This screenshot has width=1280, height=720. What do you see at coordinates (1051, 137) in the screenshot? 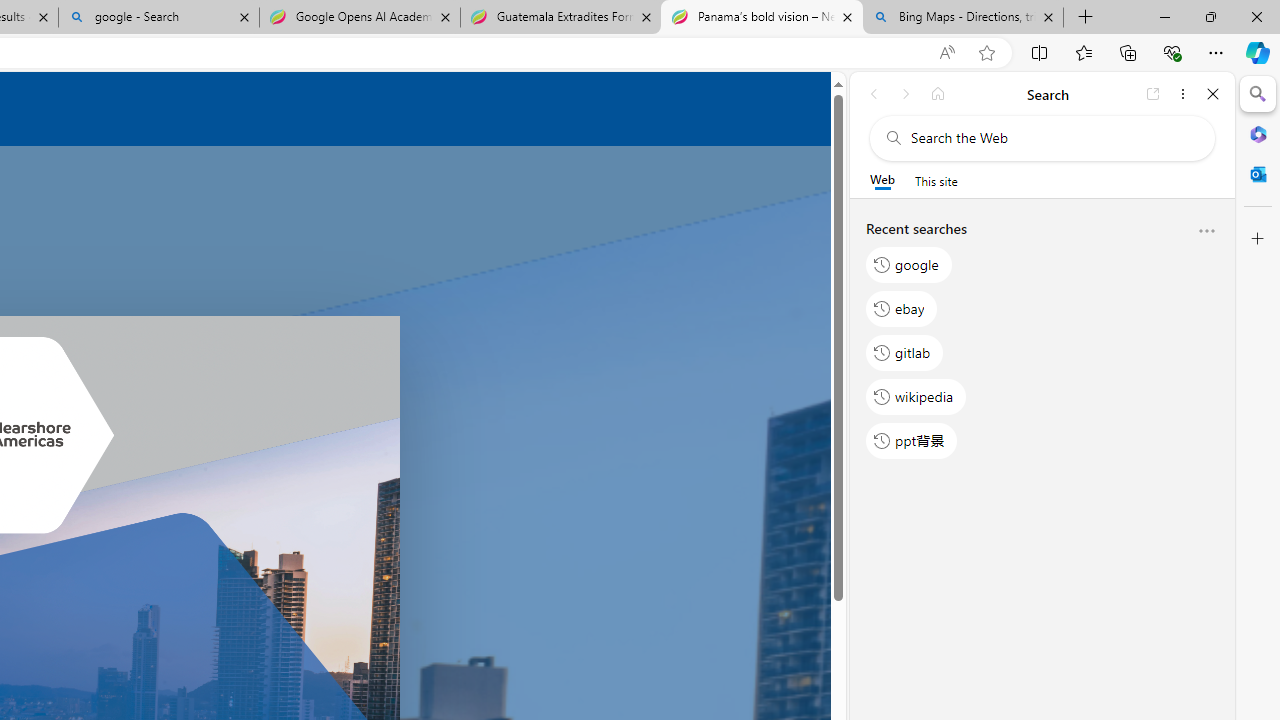
I see `'Search the web'` at bounding box center [1051, 137].